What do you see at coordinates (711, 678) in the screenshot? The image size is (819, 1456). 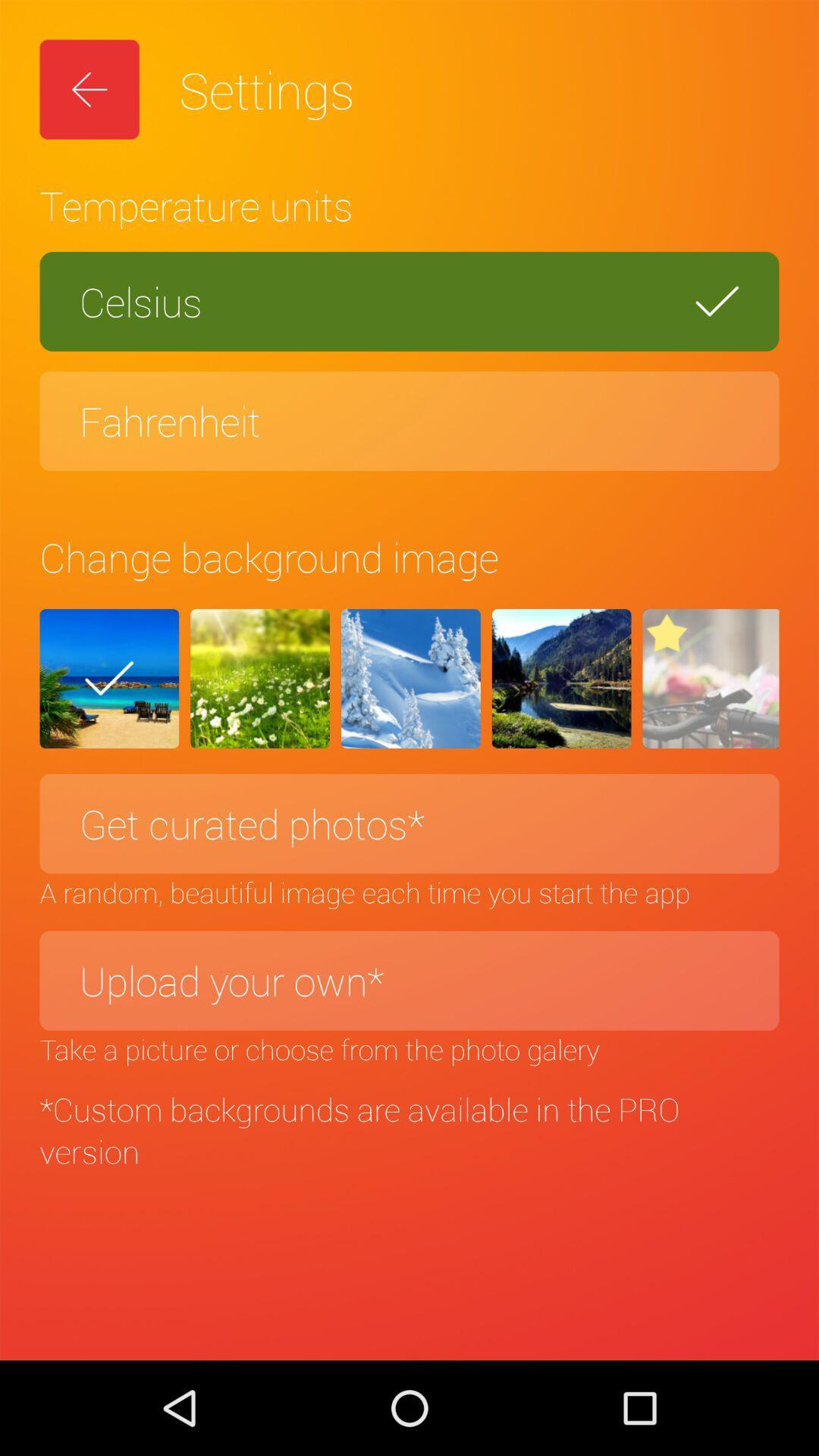 I see `the item below the change background image icon` at bounding box center [711, 678].